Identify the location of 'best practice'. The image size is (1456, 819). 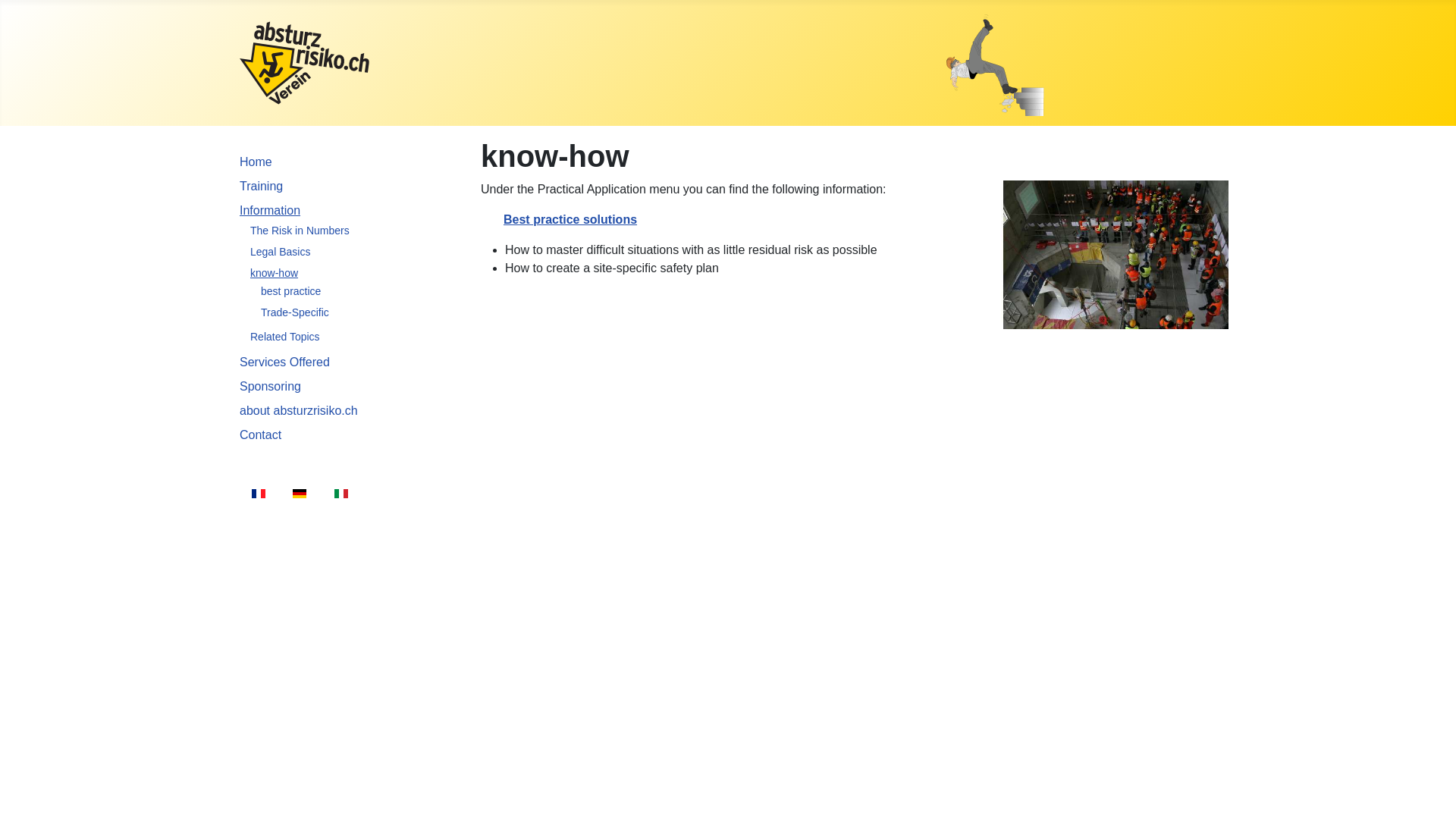
(290, 291).